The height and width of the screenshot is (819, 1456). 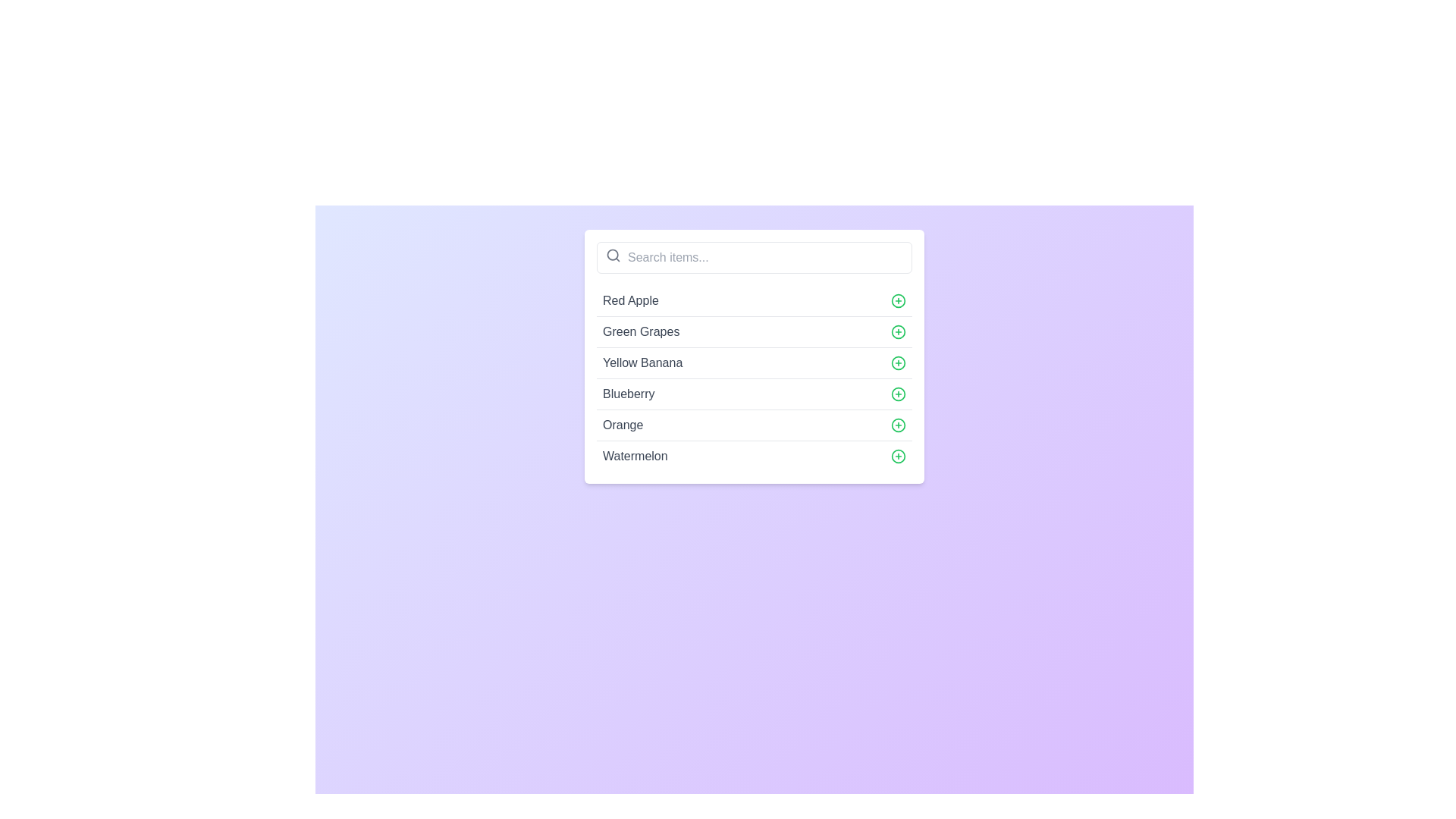 I want to click on the selectable list item labeled 'Orange' which is the fifth item in the dropdown menu, so click(x=754, y=424).